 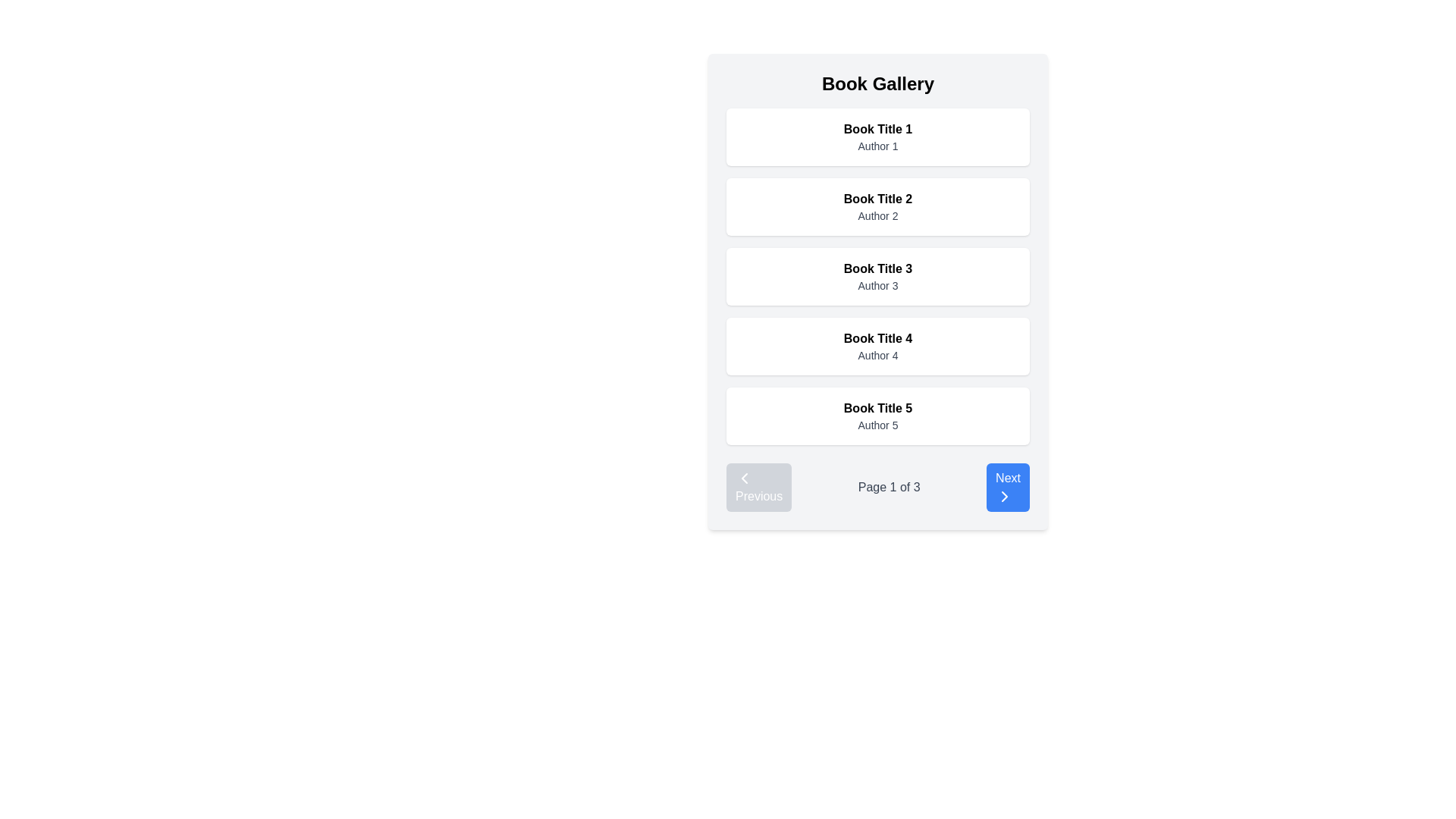 I want to click on the 'Next' button, which has white text on a blue background and a chevron-right icon, so click(x=1008, y=488).